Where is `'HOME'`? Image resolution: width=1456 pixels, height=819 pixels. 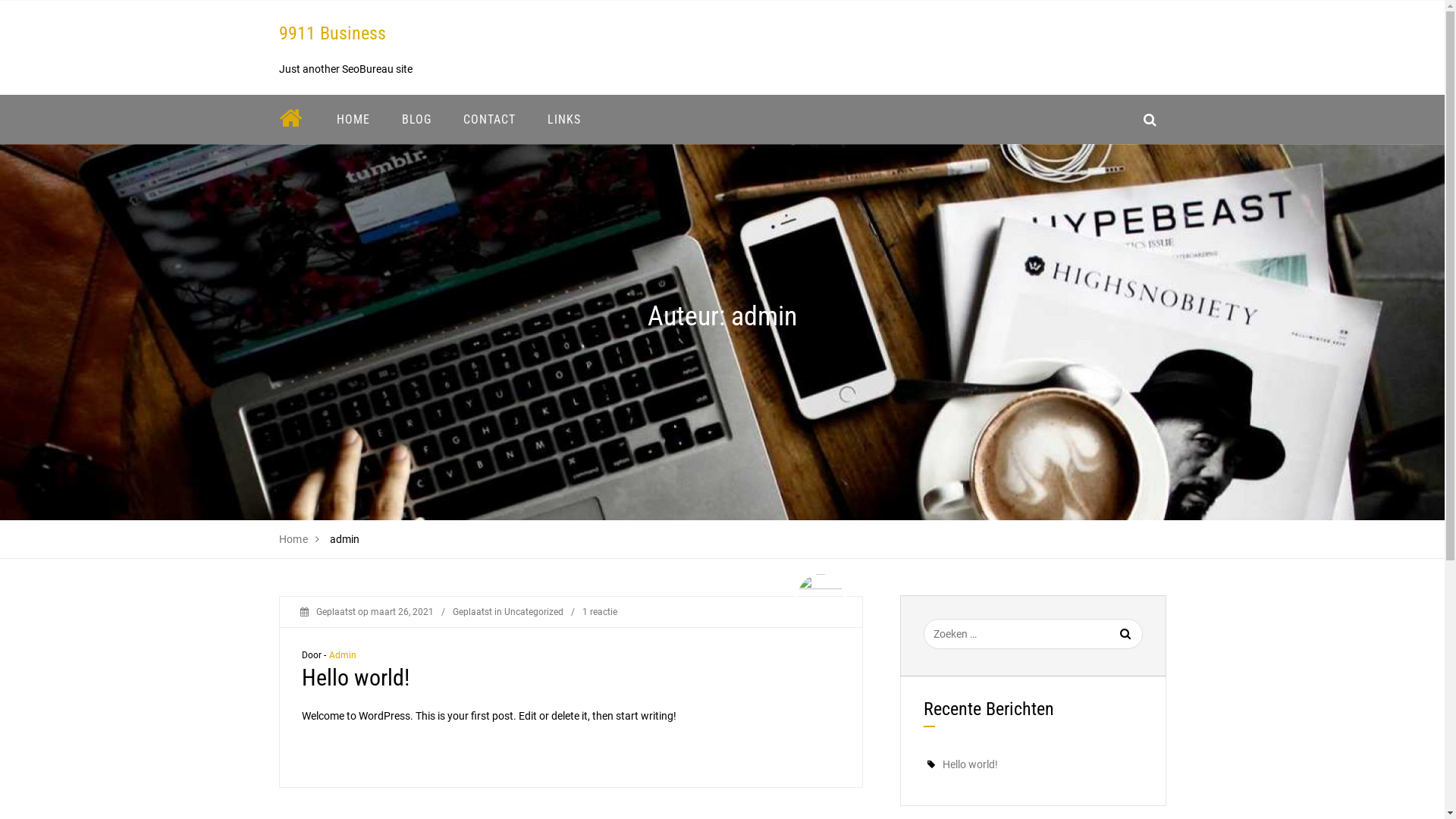
'HOME' is located at coordinates (352, 118).